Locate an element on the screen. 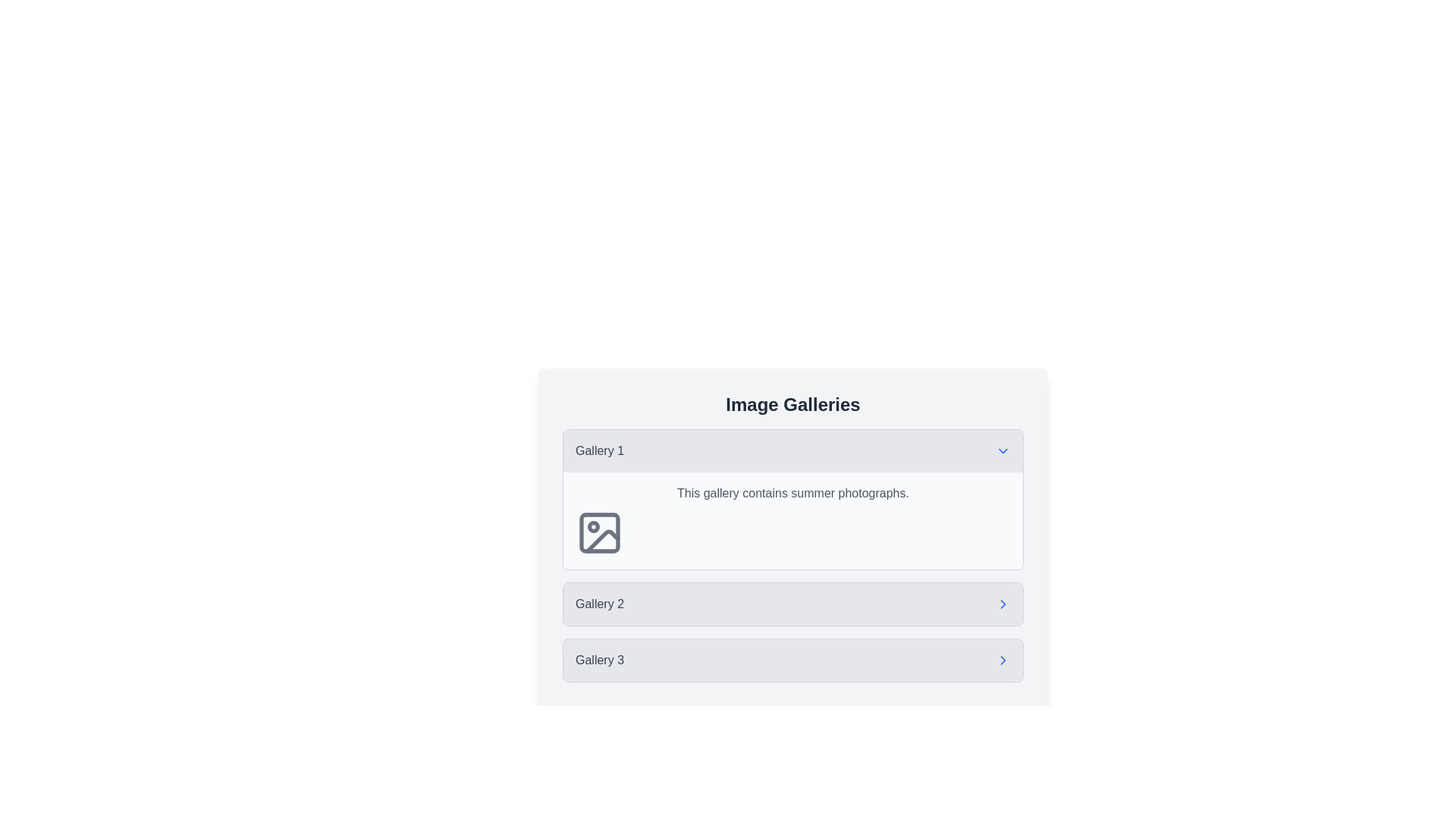 The width and height of the screenshot is (1456, 819). the interactive item that navigates to or expands details about 'Gallery 3', located at the bottom of the 'Image Galleries' section as the third item in the list is located at coordinates (792, 660).